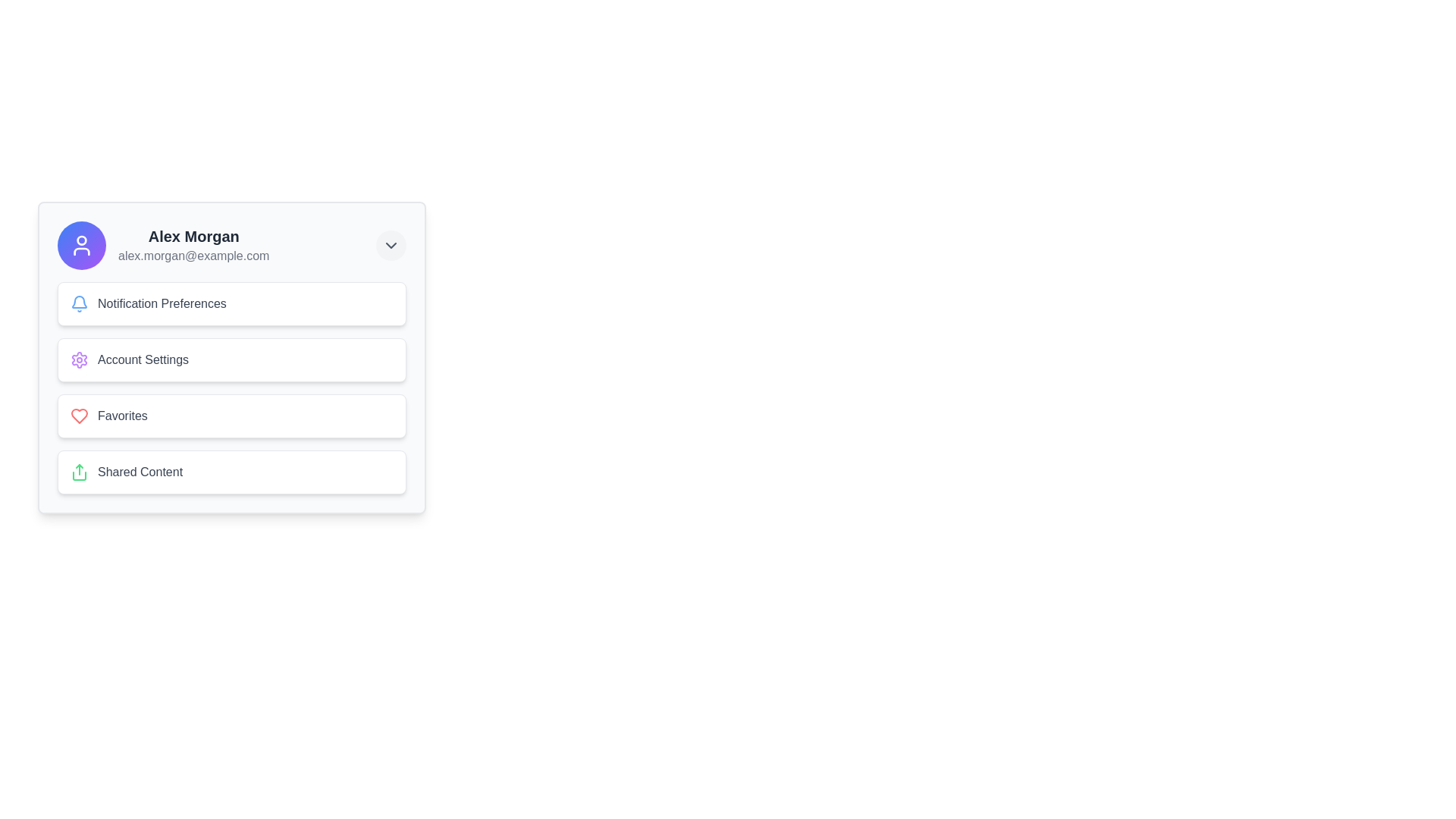 The width and height of the screenshot is (1456, 819). What do you see at coordinates (391, 245) in the screenshot?
I see `the dropdown trigger button located on the right end of the user profile section for 'Alex Morgan'` at bounding box center [391, 245].